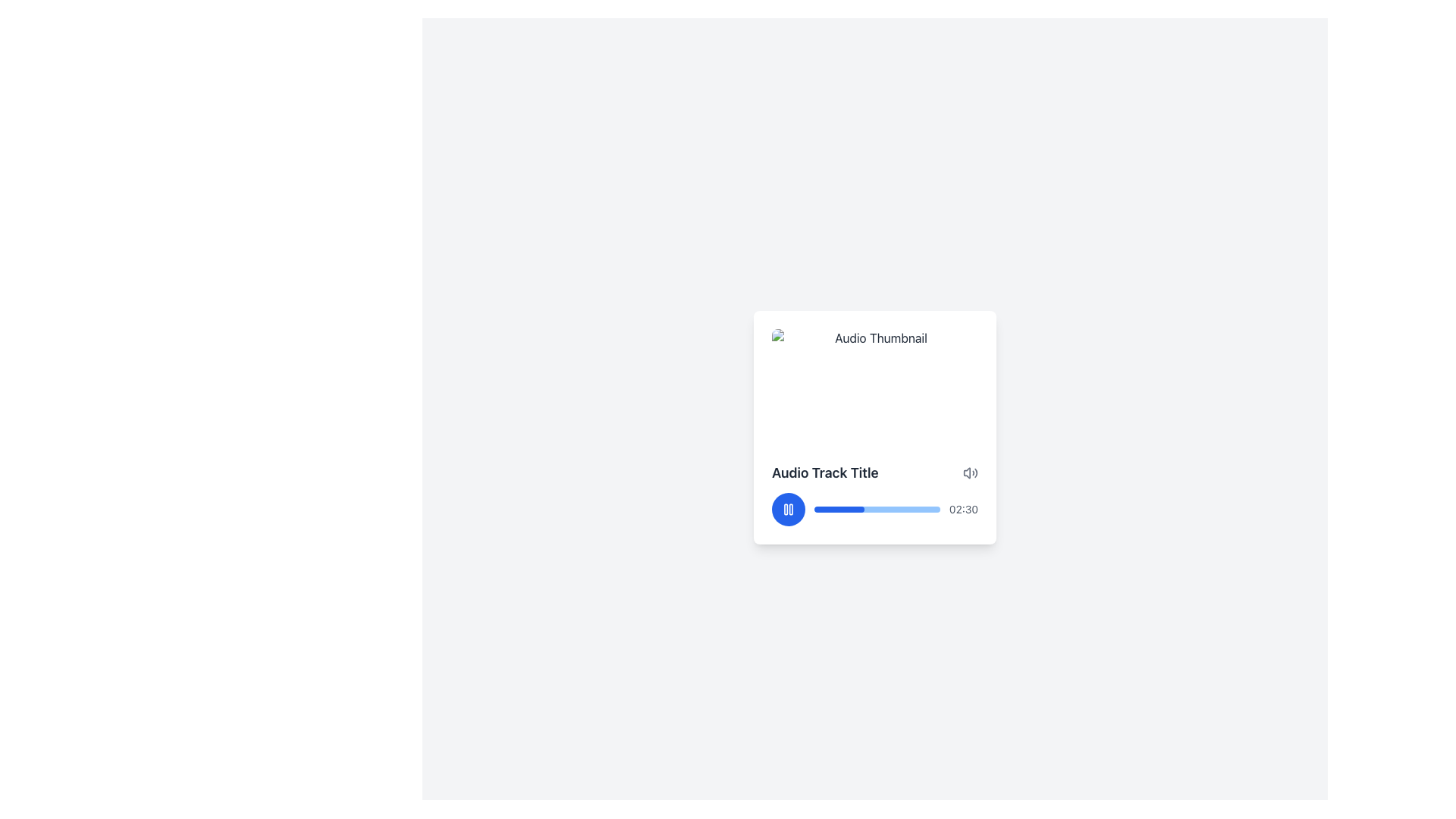 The height and width of the screenshot is (819, 1456). What do you see at coordinates (839, 509) in the screenshot?
I see `the progress bar, which is a horizontally aligned rectangular blue bar with rounded edges, indicating progress in the audio player component` at bounding box center [839, 509].